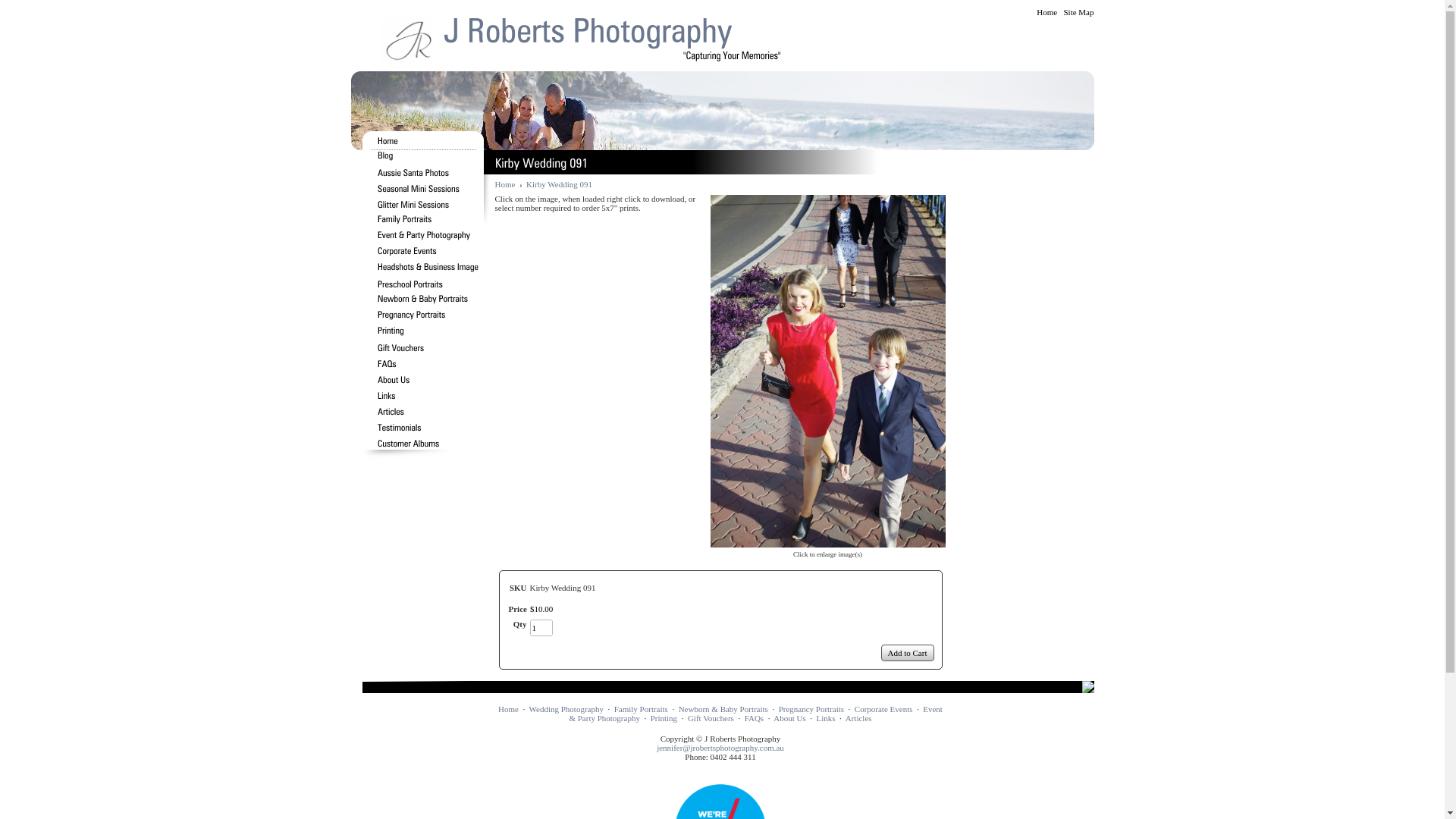 The width and height of the screenshot is (1456, 819). Describe the element at coordinates (709, 542) in the screenshot. I see `'Kirby Wedding 091'` at that location.